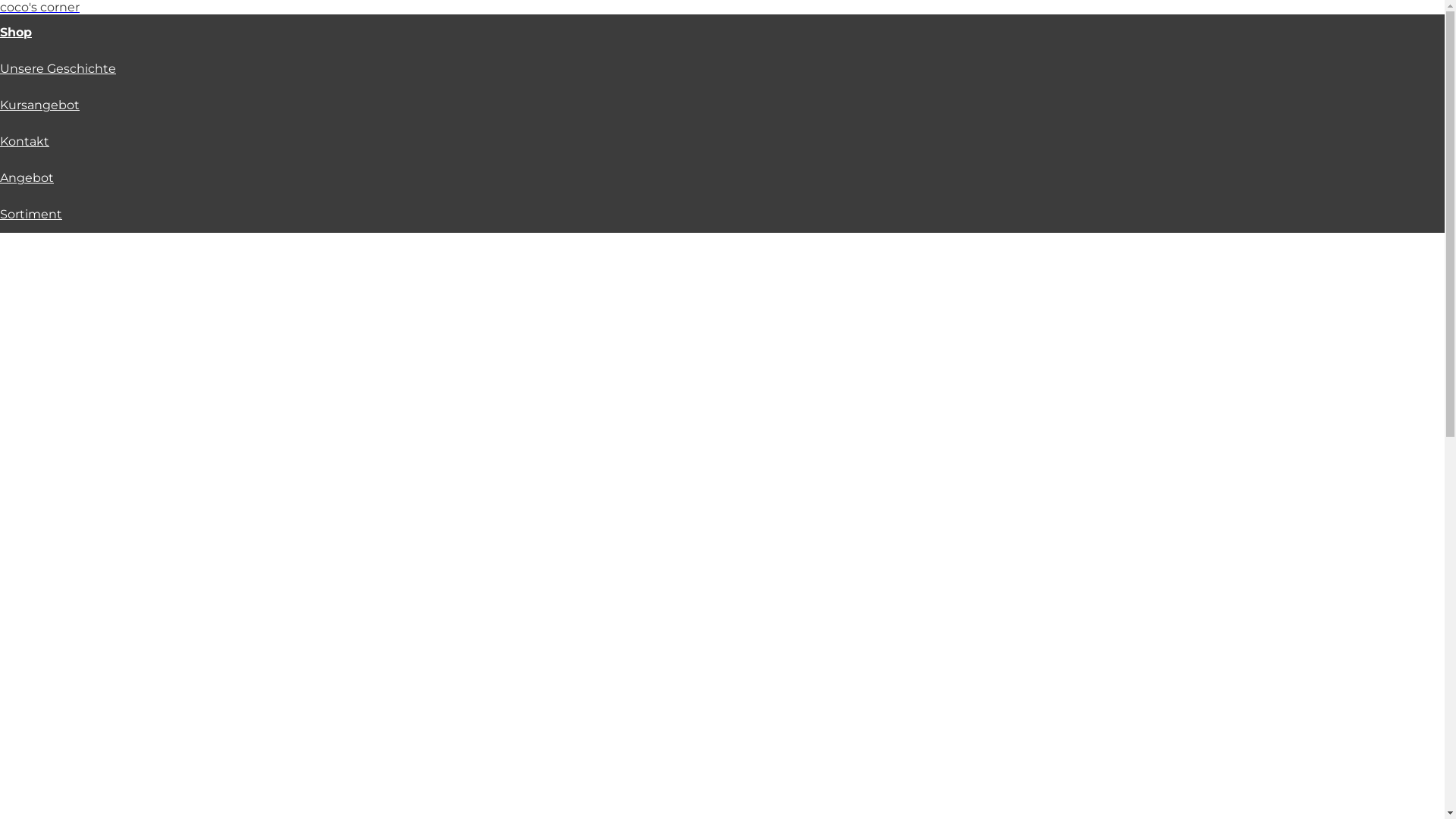  Describe the element at coordinates (24, 141) in the screenshot. I see `'Kontakt'` at that location.